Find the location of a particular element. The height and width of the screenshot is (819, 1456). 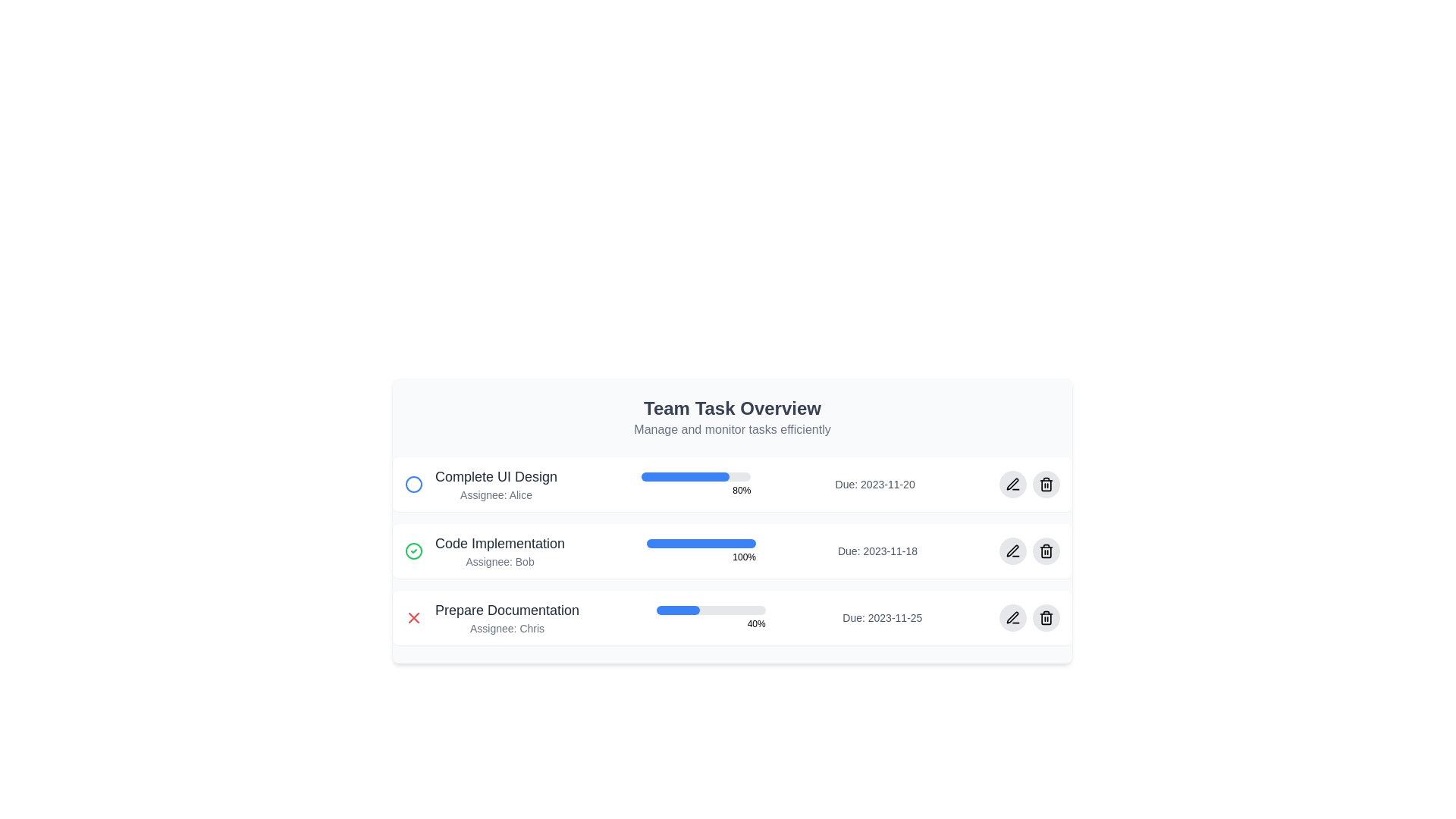

the text label displaying 'Assignee: Alice', which is styled in gray and positioned directly below the bold 'Complete UI Design' text is located at coordinates (496, 494).